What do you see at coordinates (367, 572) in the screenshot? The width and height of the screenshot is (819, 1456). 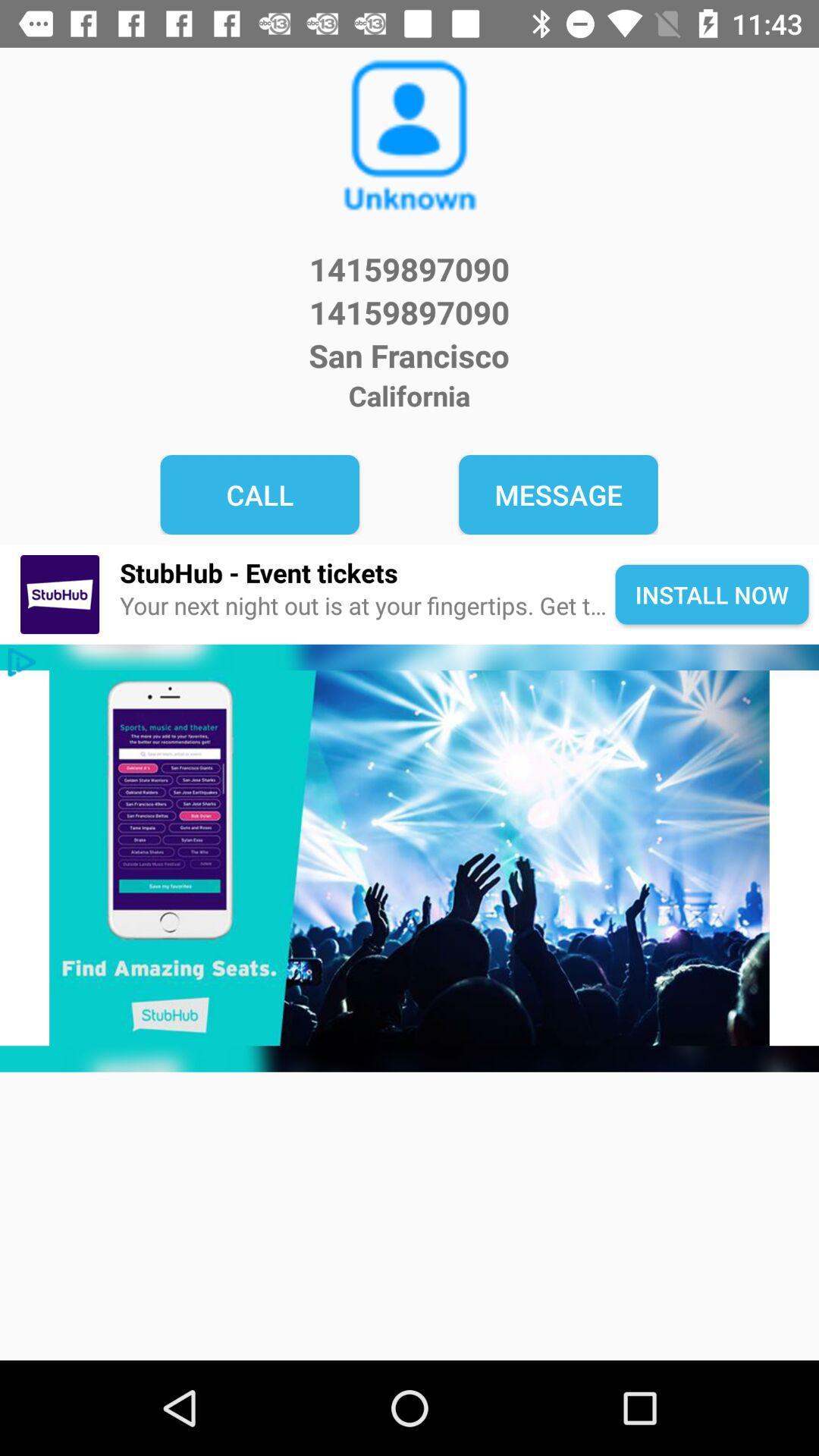 I see `icon next to install now icon` at bounding box center [367, 572].